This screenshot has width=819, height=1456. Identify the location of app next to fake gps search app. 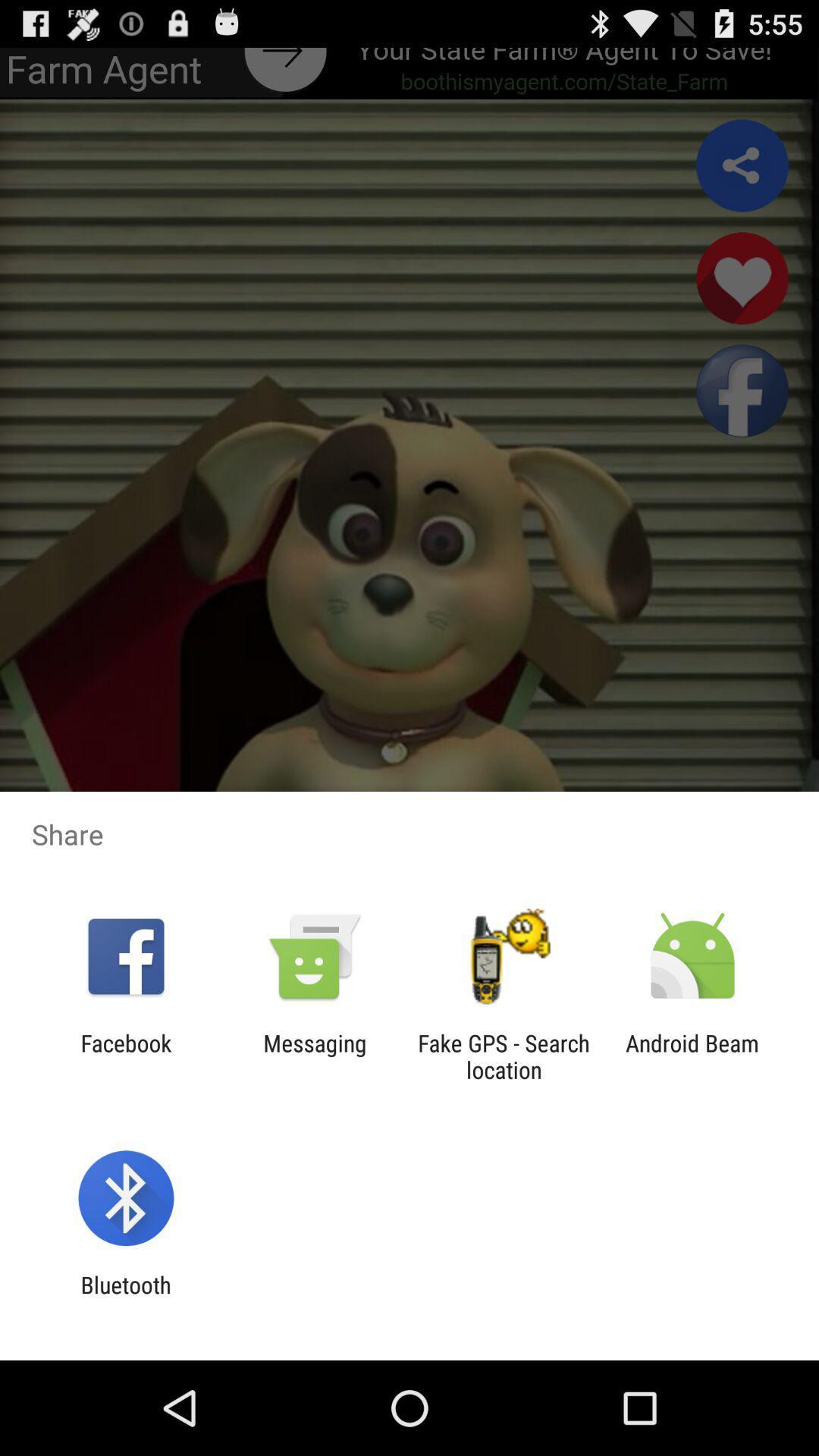
(692, 1056).